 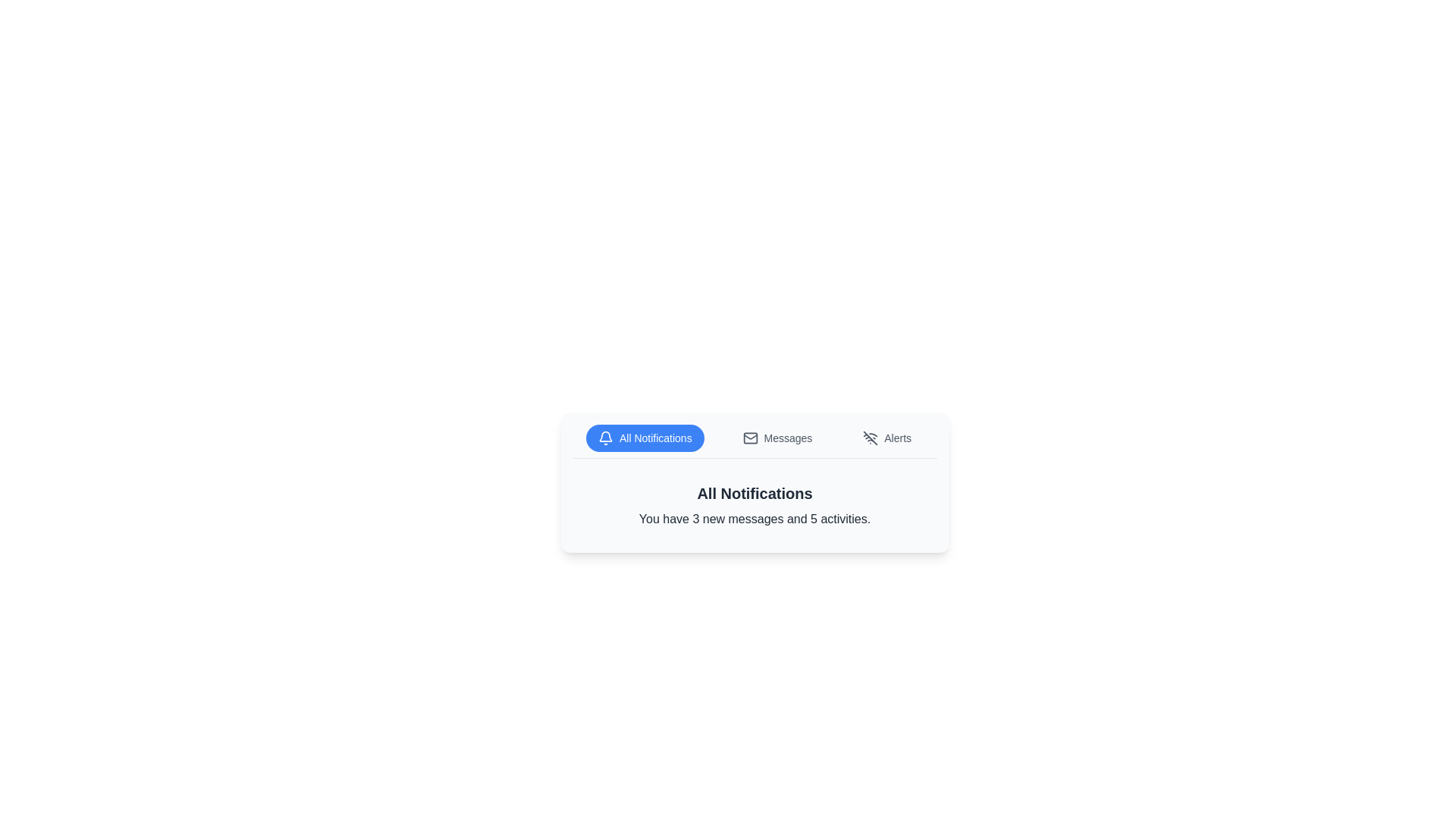 I want to click on the middle button in the group of three buttons, so click(x=777, y=438).